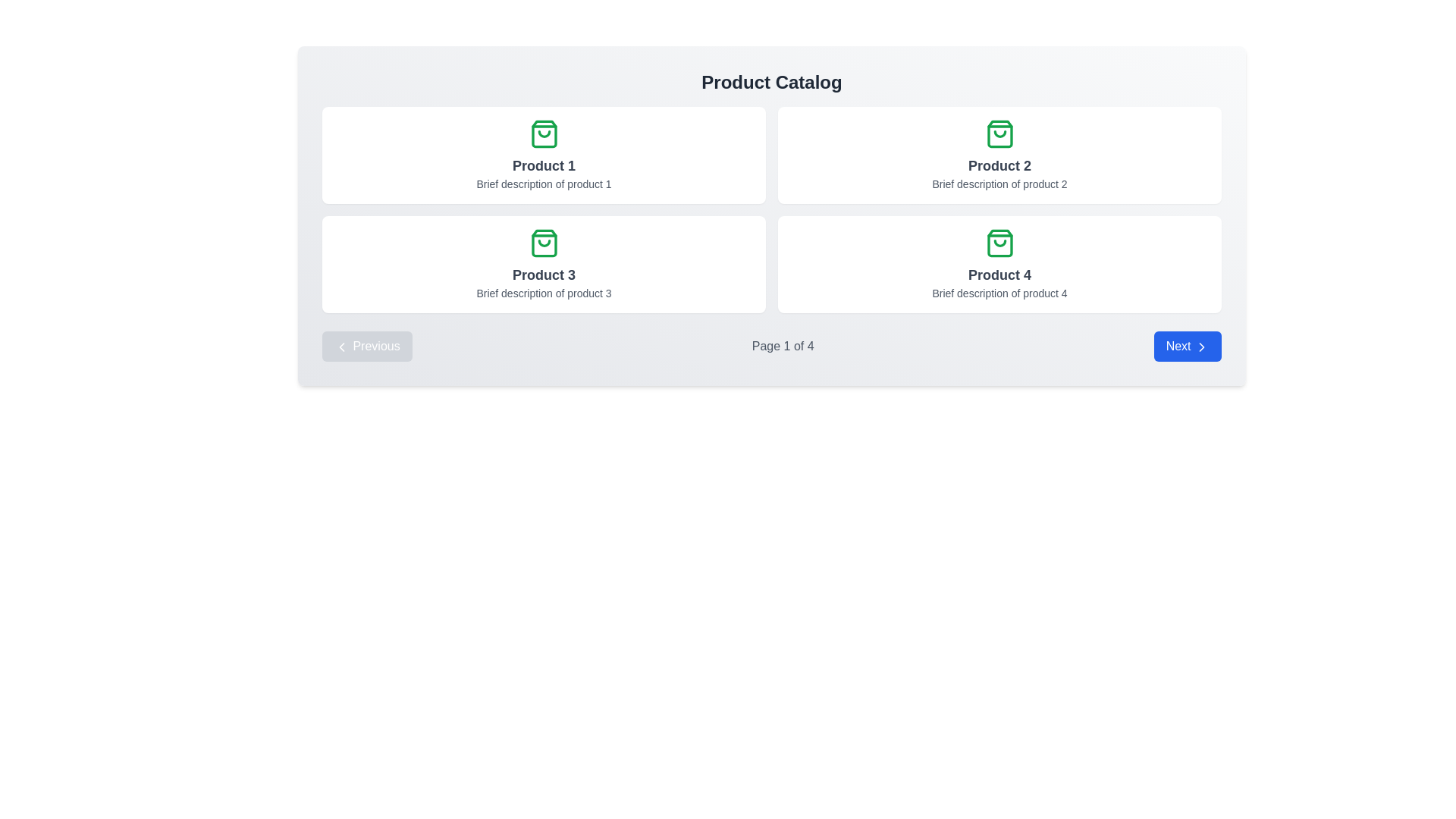  Describe the element at coordinates (544, 184) in the screenshot. I see `the text label containing the phrase 'Brief description of product 1', which is located below the title 'Product 1' in the first row, first column of the catalog grid` at that location.